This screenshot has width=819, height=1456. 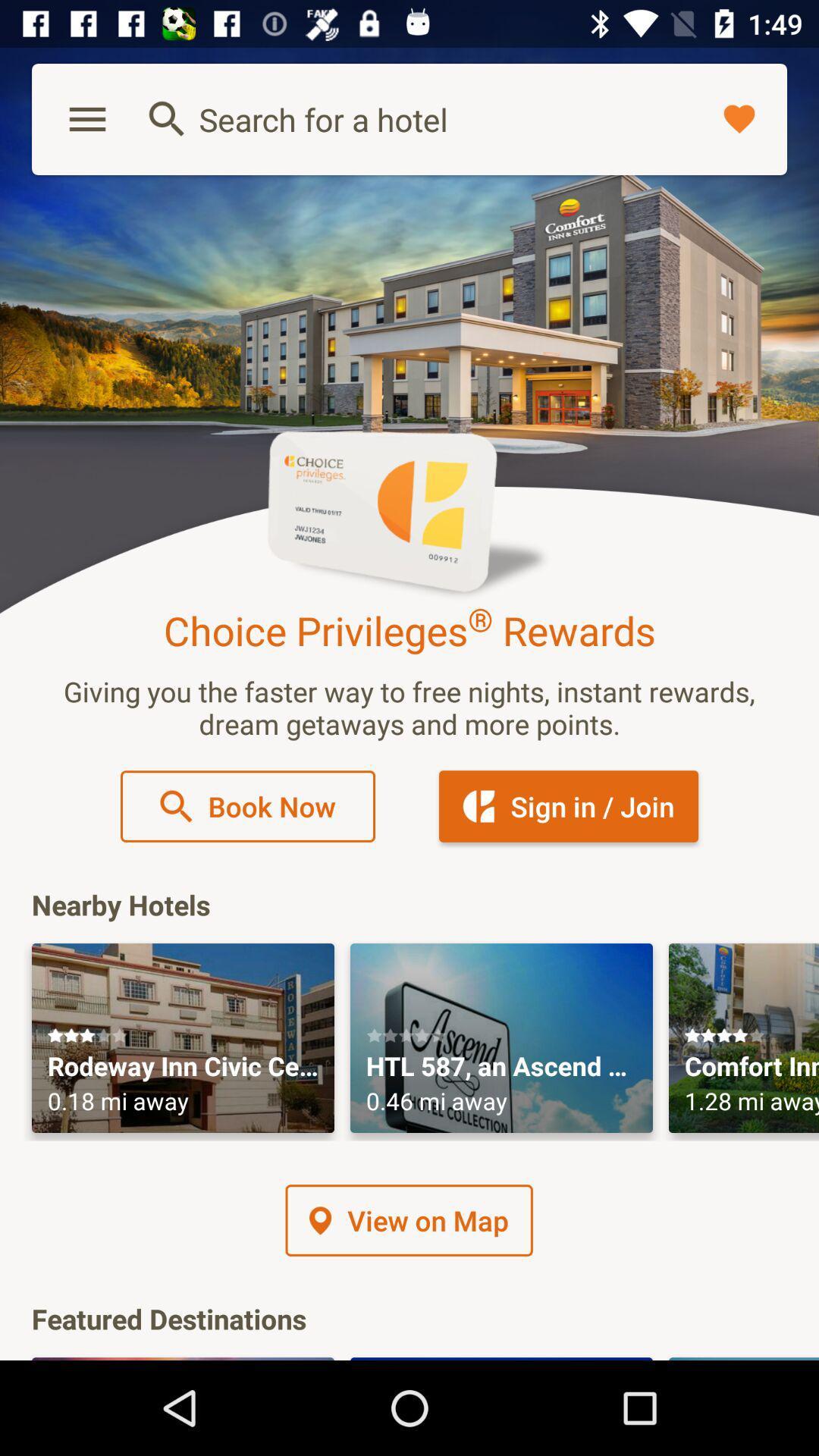 What do you see at coordinates (182, 1037) in the screenshot?
I see `first nearby hotel` at bounding box center [182, 1037].